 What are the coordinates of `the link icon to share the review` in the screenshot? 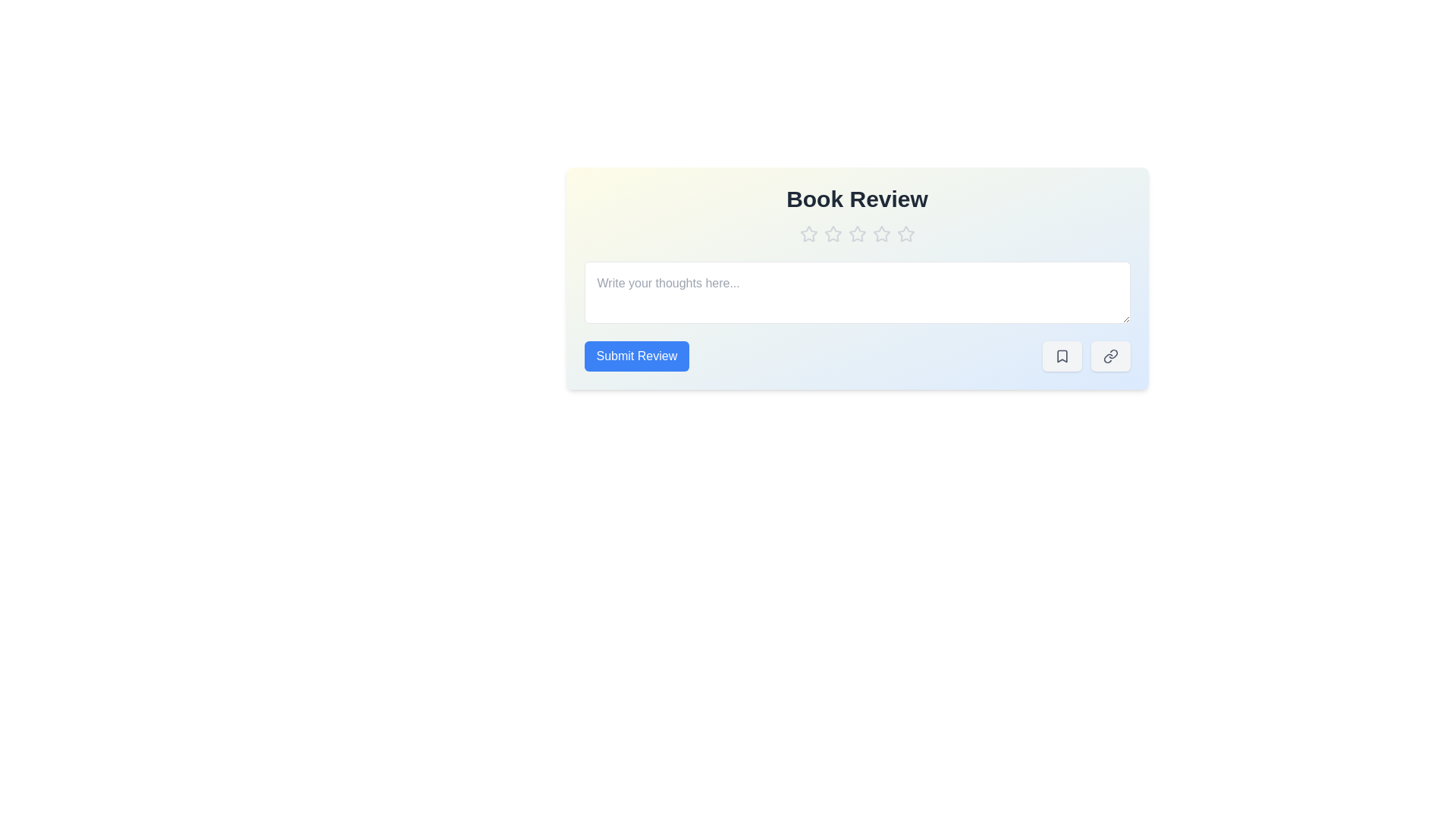 It's located at (1110, 356).